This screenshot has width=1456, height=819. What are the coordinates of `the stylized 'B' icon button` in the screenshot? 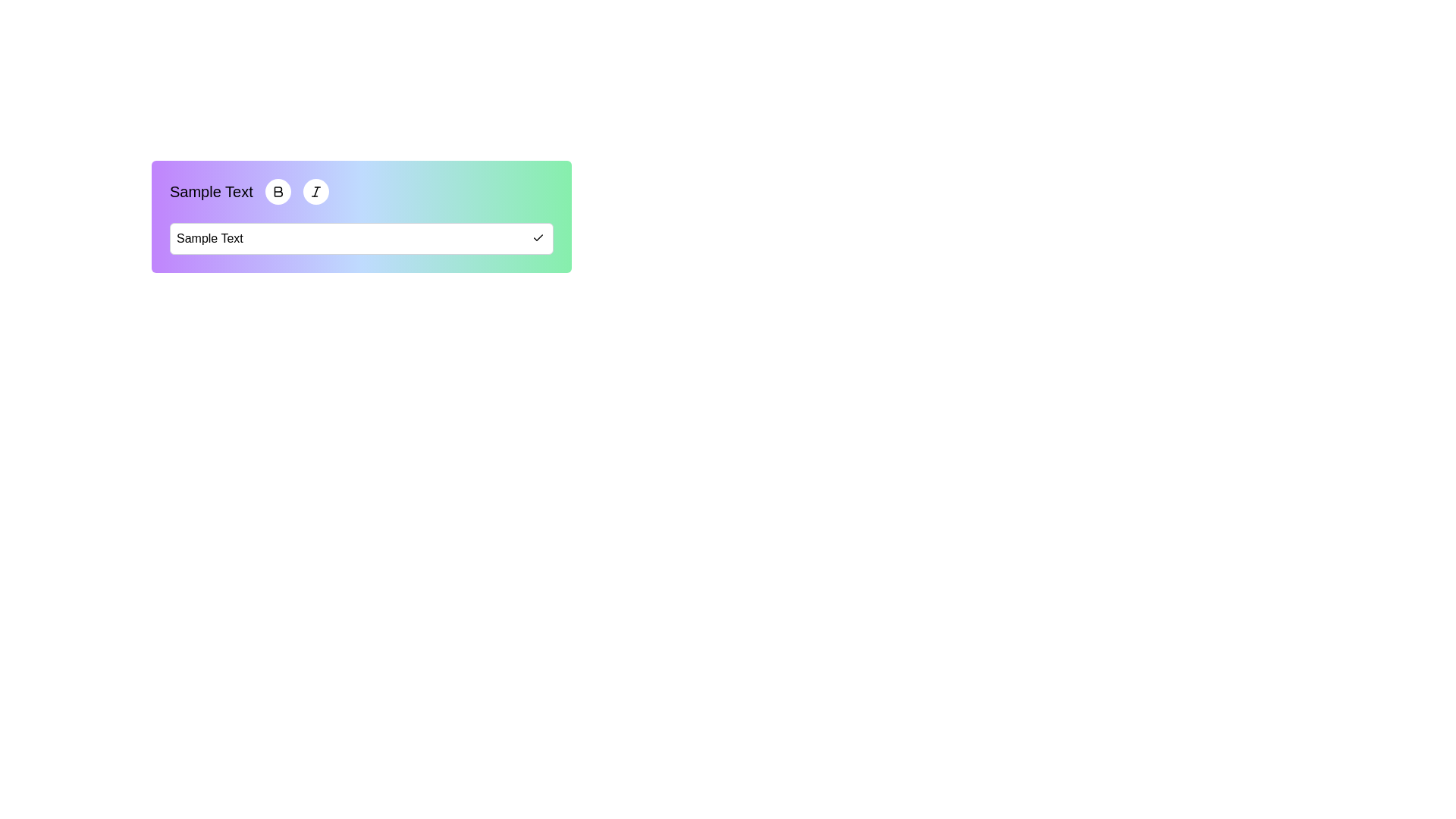 It's located at (278, 191).